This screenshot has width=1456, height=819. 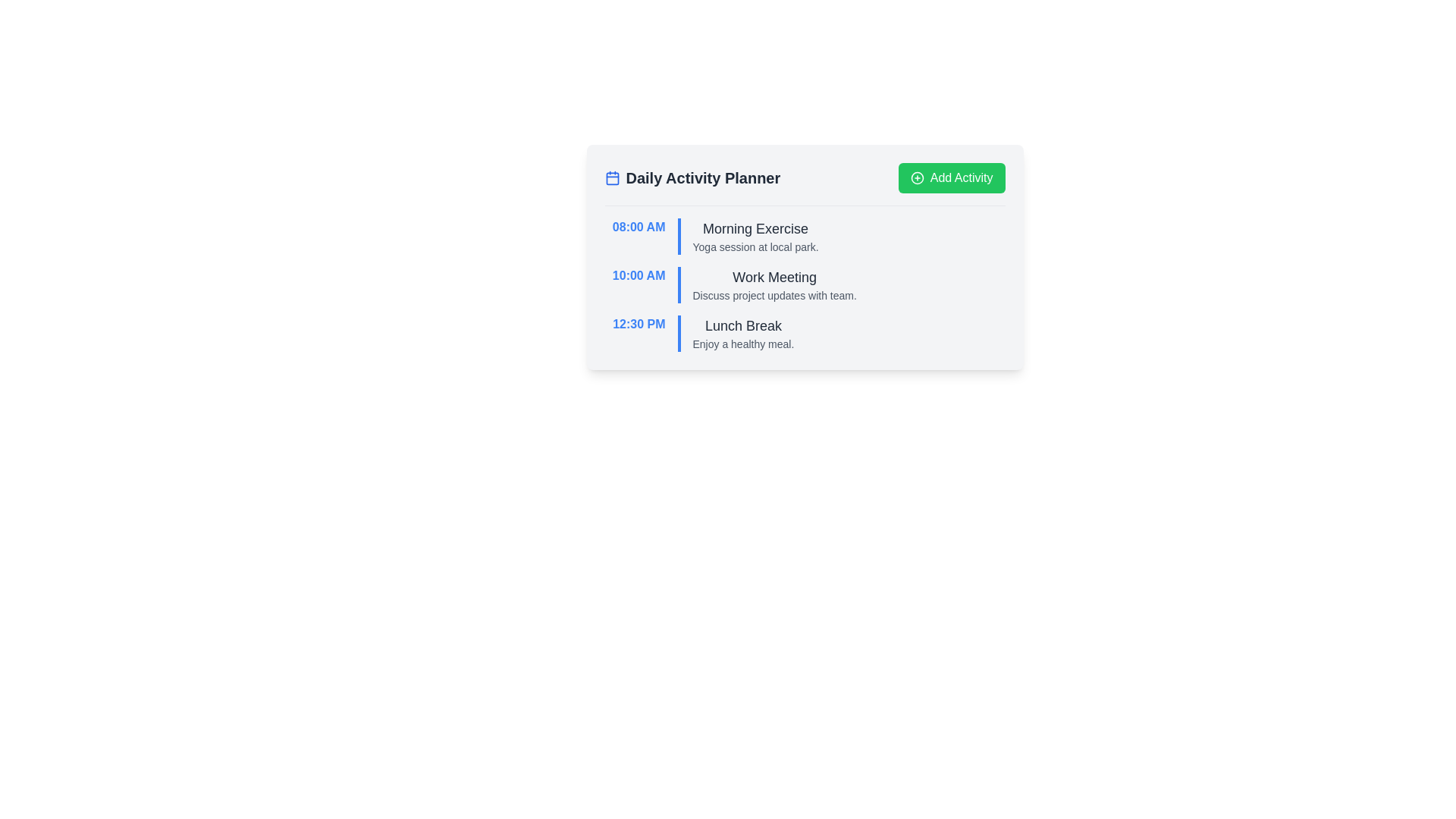 I want to click on the title text indicating the lunch break scheduled at 12:30 PM, which is positioned above the supporting text 'Enjoy a healthy meal.', so click(x=743, y=325).